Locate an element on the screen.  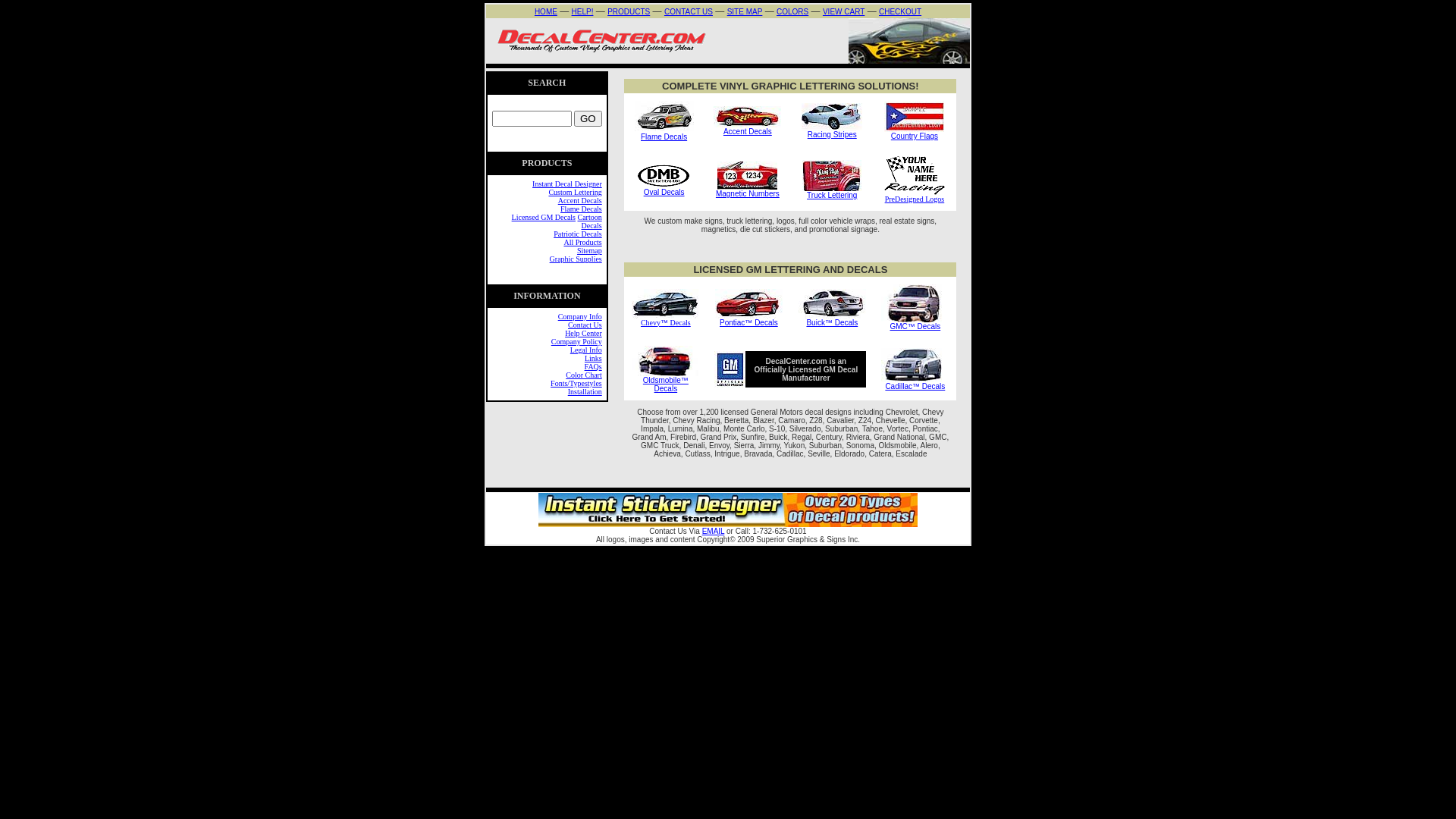
'Licensed GM Decals' is located at coordinates (543, 217).